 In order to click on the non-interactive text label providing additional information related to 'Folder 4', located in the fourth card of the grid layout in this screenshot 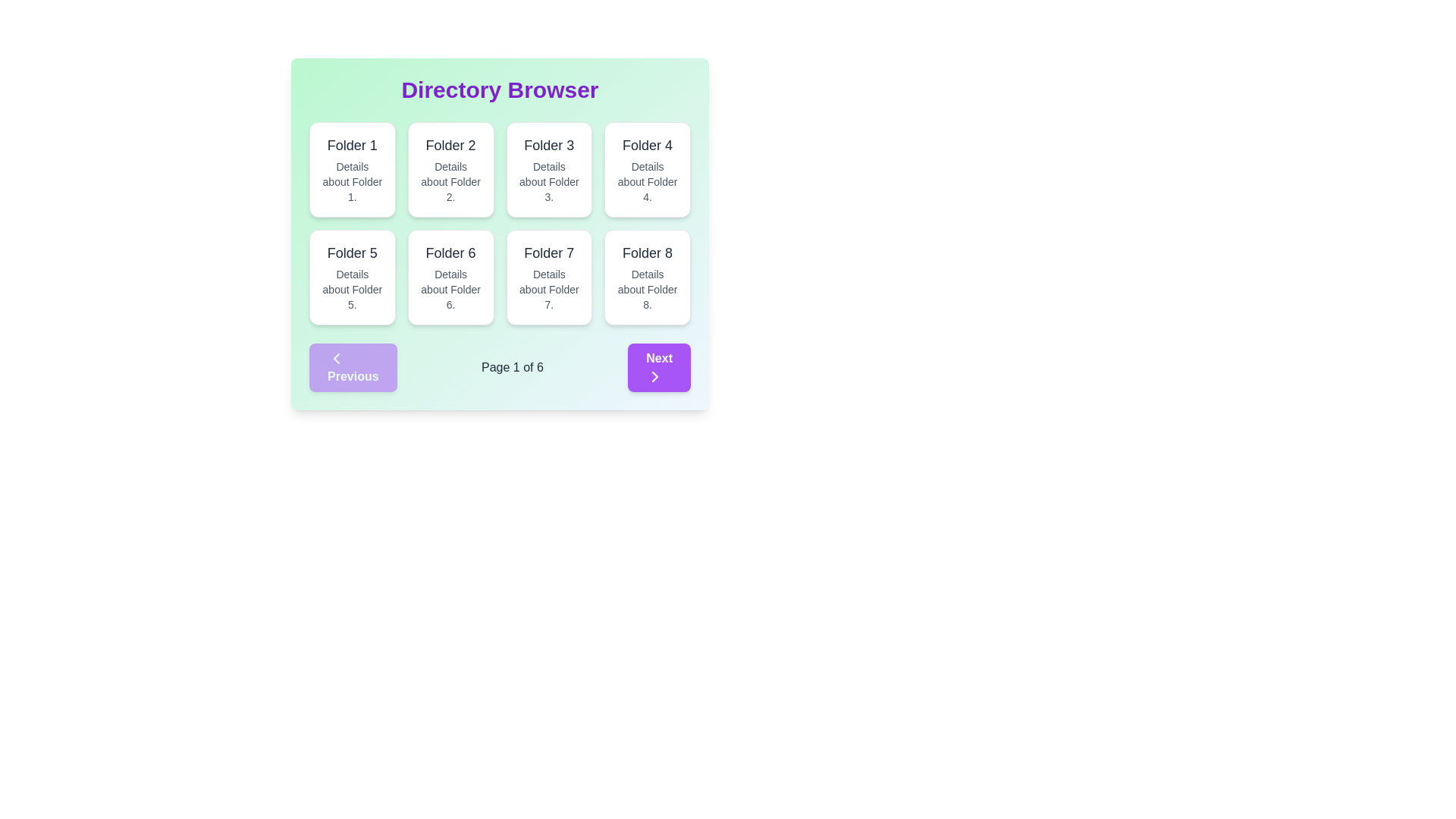, I will do `click(648, 180)`.